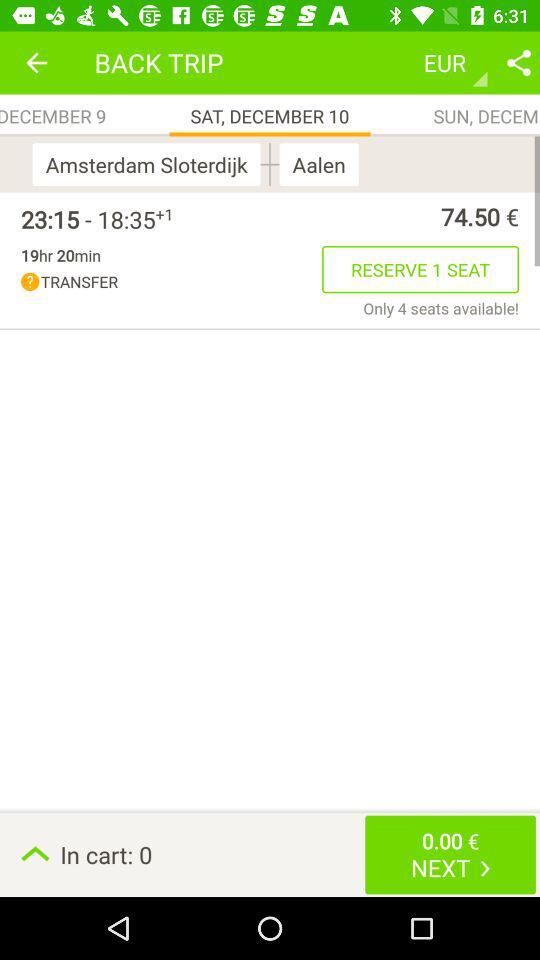  What do you see at coordinates (441, 308) in the screenshot?
I see `item below the reserve 1 seat icon` at bounding box center [441, 308].